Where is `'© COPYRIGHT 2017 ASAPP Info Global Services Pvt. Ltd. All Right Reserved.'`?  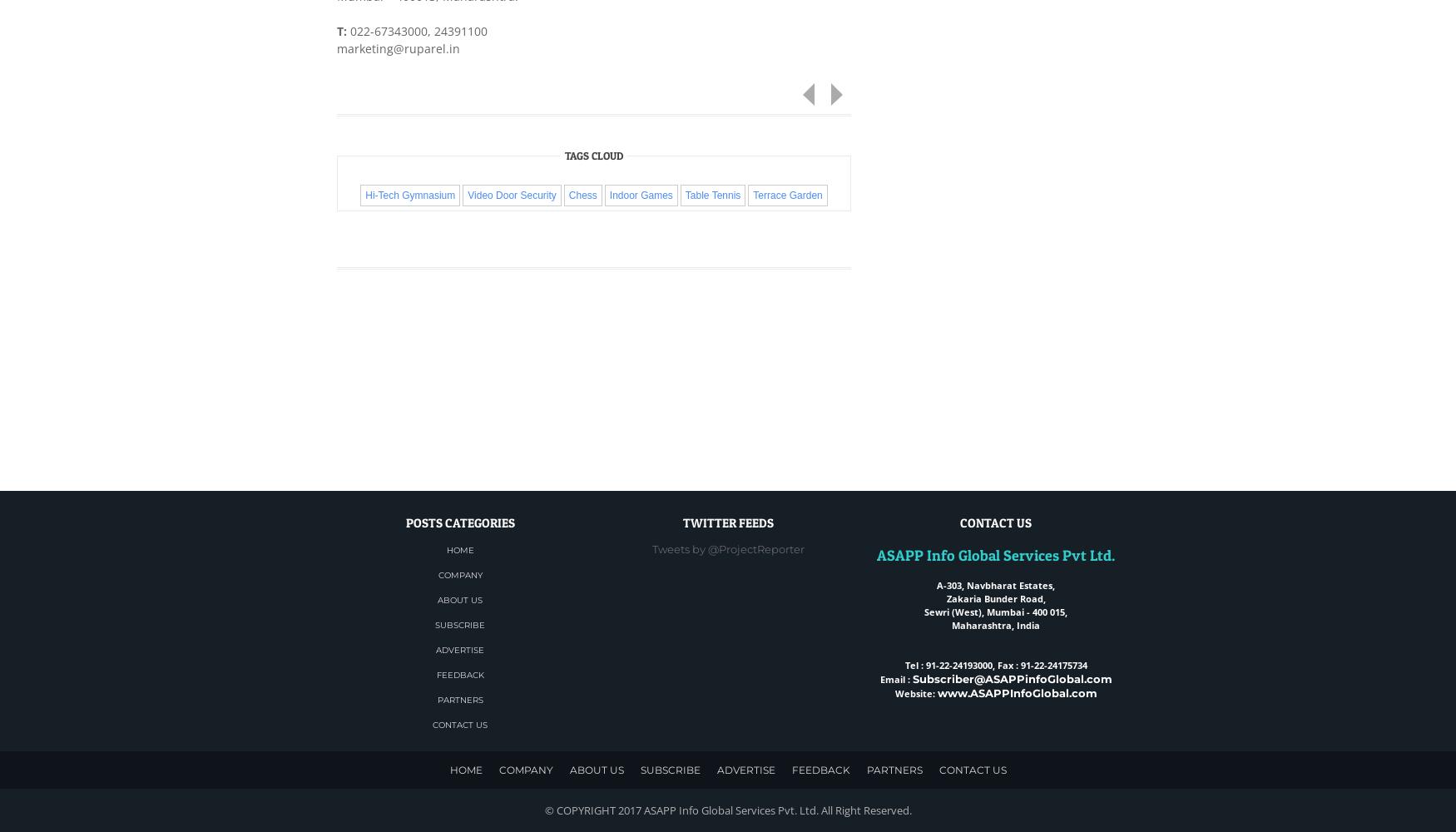 '© COPYRIGHT 2017 ASAPP Info Global Services Pvt. Ltd. All Right Reserved.' is located at coordinates (542, 810).